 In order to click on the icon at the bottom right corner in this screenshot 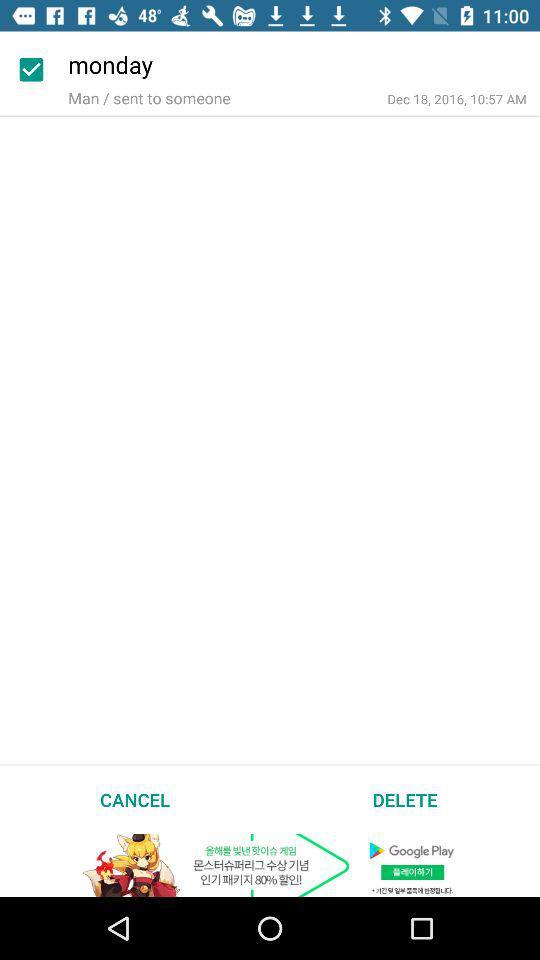, I will do `click(405, 799)`.